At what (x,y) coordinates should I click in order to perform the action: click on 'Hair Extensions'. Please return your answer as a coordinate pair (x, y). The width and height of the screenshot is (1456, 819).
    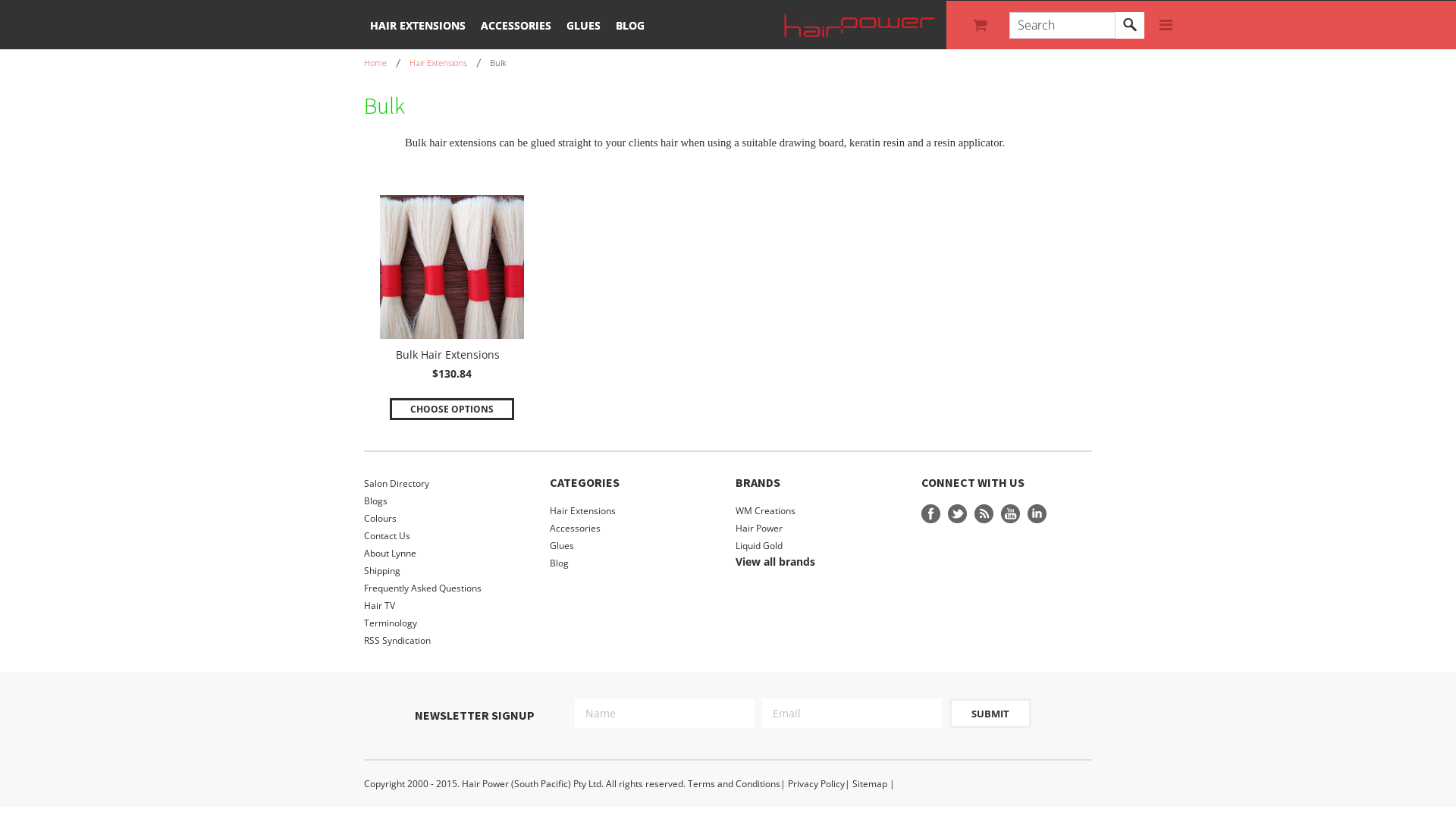
    Looking at the image, I should click on (635, 510).